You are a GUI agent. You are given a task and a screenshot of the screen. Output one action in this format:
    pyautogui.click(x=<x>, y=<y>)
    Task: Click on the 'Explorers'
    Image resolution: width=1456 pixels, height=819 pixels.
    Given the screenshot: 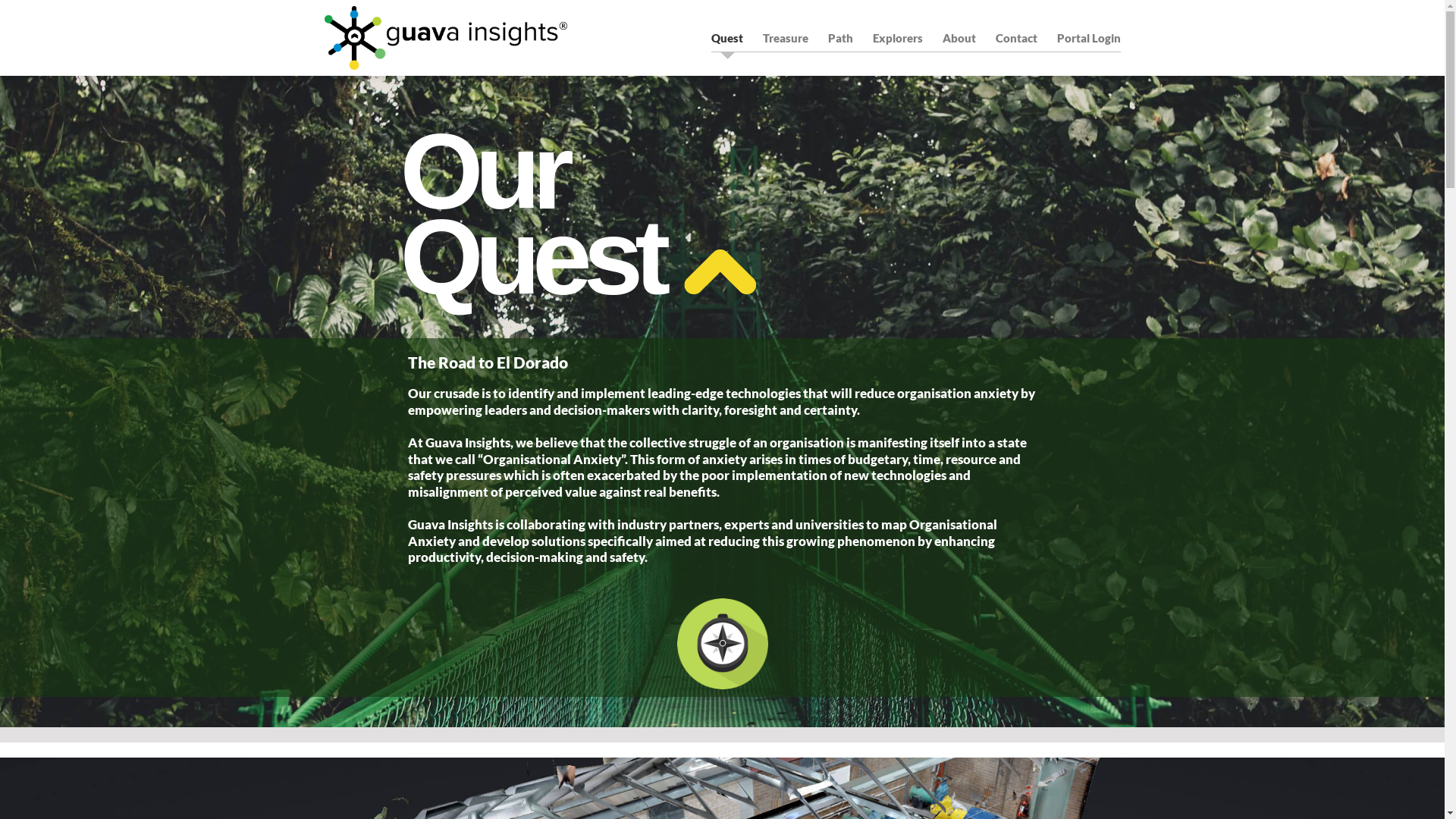 What is the action you would take?
    pyautogui.click(x=896, y=37)
    